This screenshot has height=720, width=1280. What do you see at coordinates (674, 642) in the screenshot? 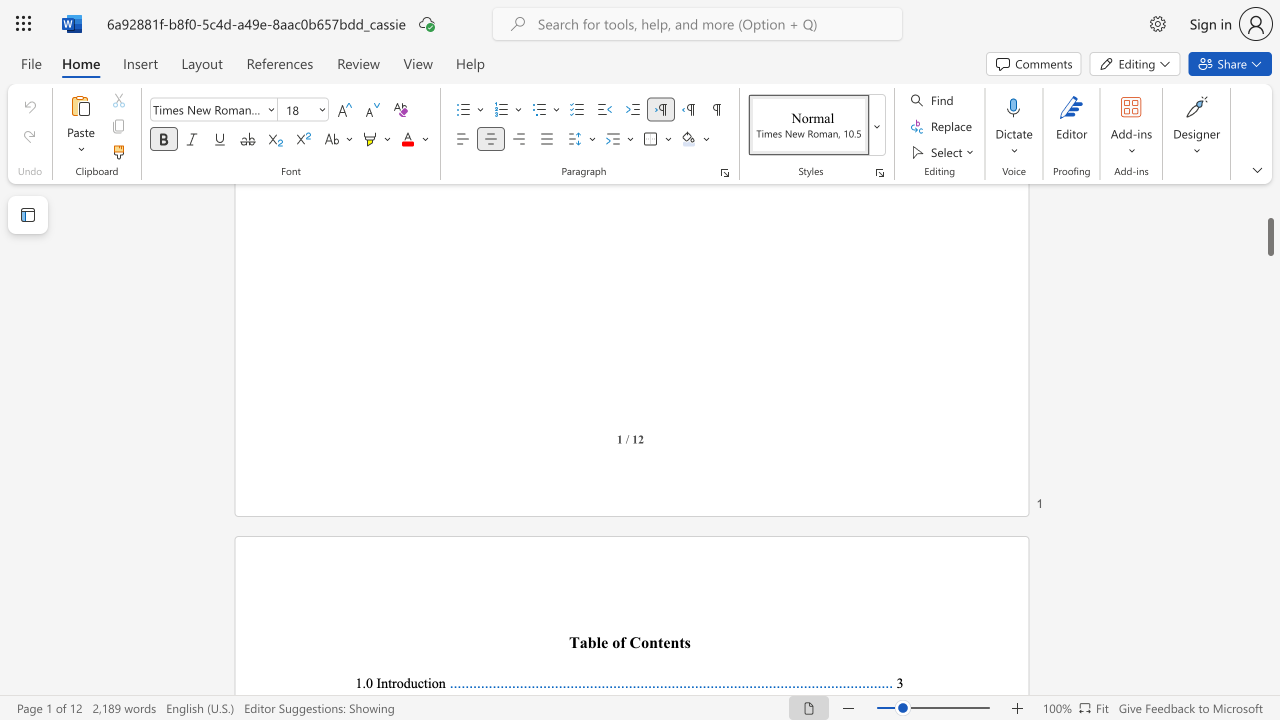
I see `the 2th character "n" in the text` at bounding box center [674, 642].